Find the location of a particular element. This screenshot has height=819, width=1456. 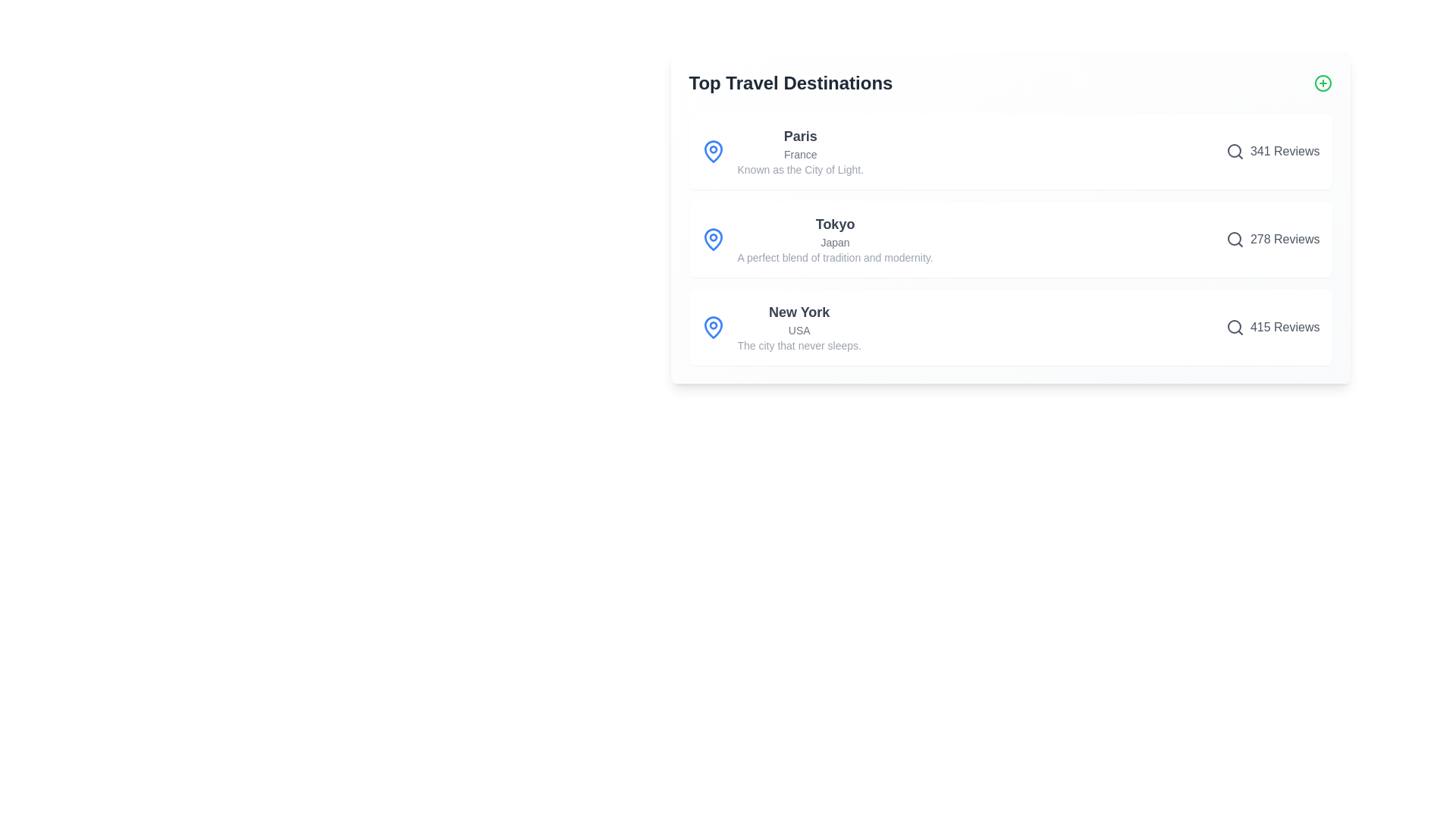

the map pin icon for Paris to focus on the corresponding destination is located at coordinates (712, 152).